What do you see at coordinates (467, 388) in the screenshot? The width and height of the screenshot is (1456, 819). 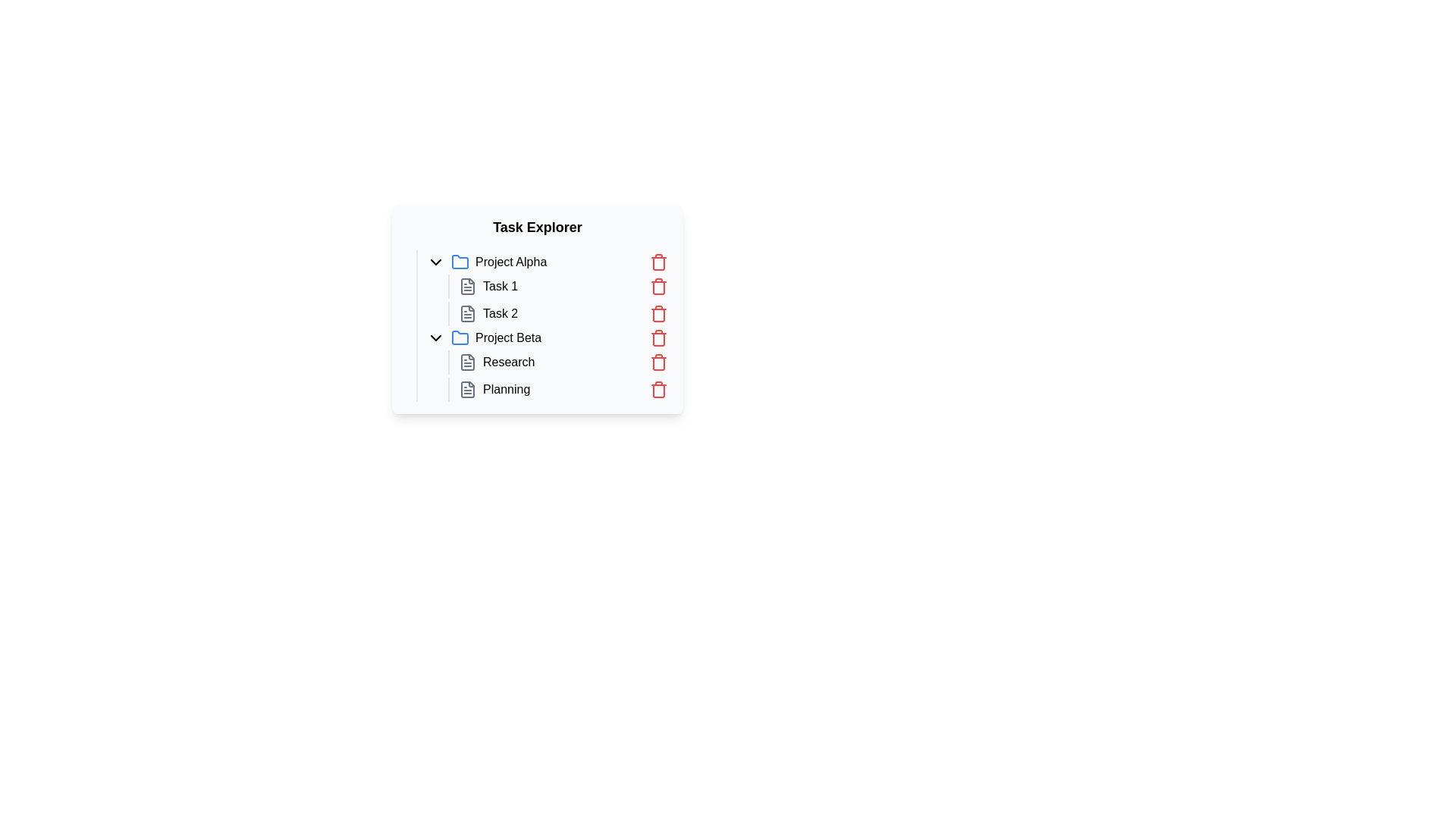 I see `the gray file icon with a simplistic line design, which is located immediately before the 'Planning' text item` at bounding box center [467, 388].